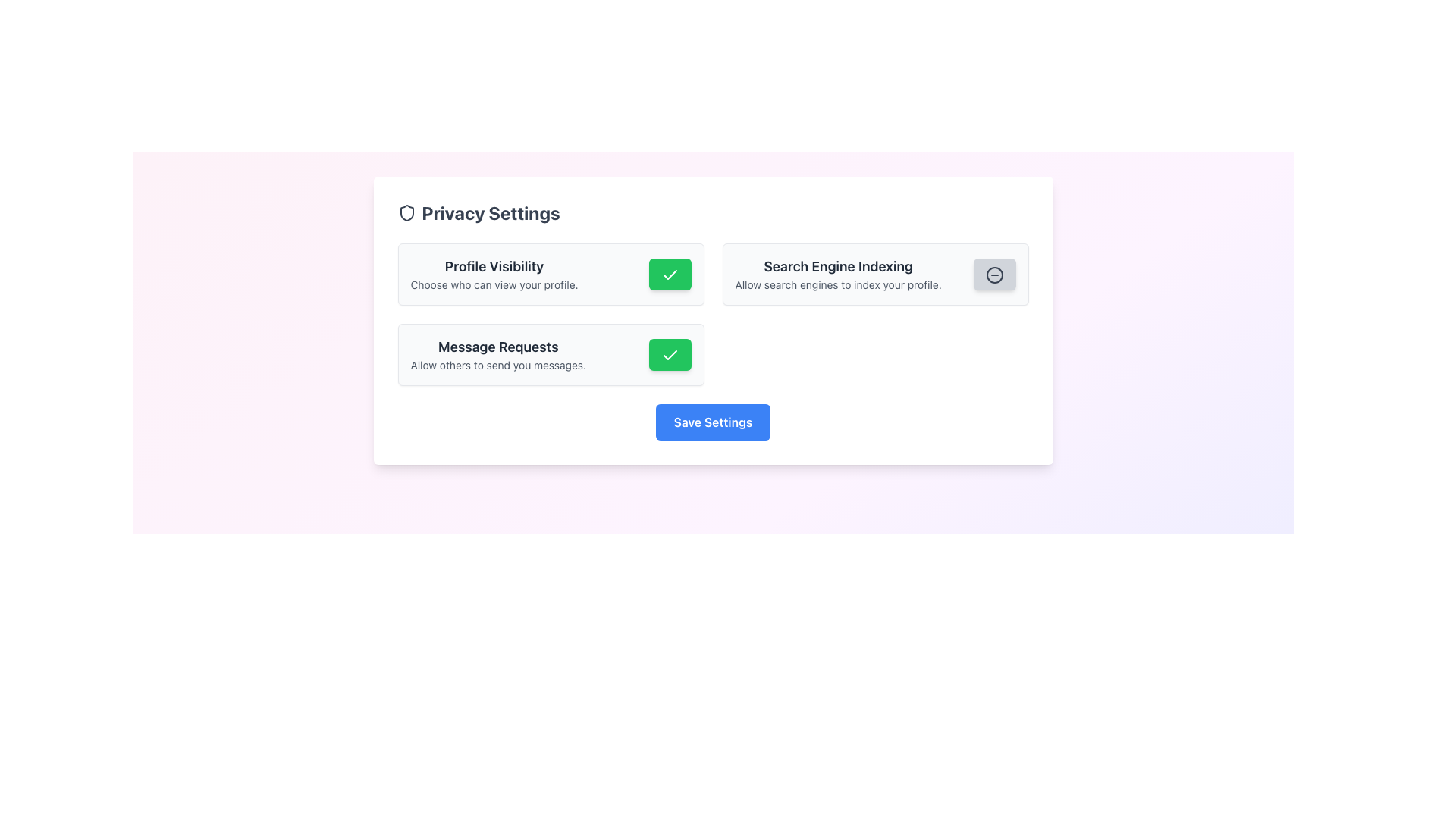 This screenshot has height=819, width=1456. Describe the element at coordinates (406, 213) in the screenshot. I see `the shield-shaped icon with a bold outline, located at the top-left corner of the card containing 'Privacy Settings'` at that location.